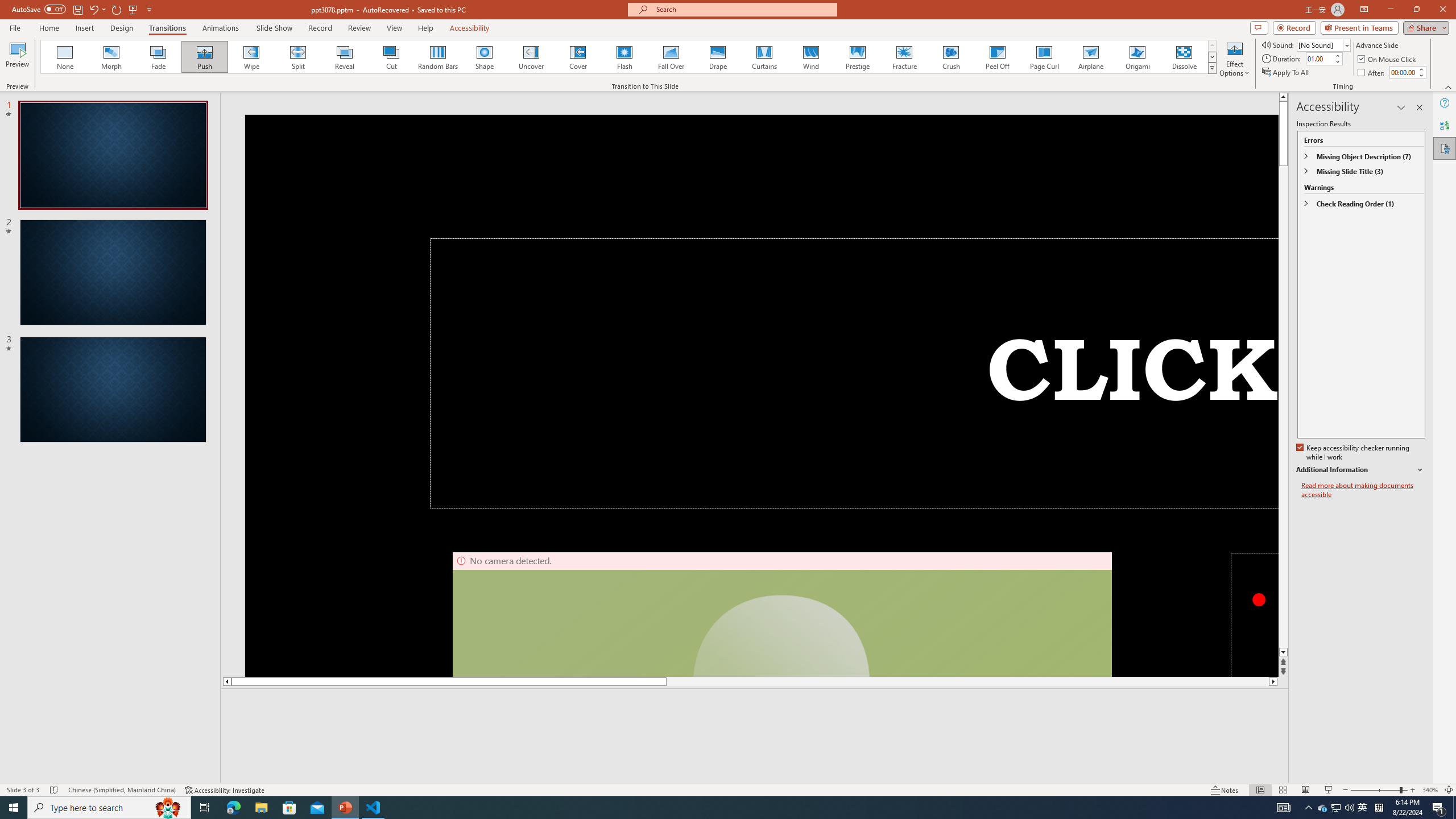  Describe the element at coordinates (1136, 56) in the screenshot. I see `'Origami'` at that location.